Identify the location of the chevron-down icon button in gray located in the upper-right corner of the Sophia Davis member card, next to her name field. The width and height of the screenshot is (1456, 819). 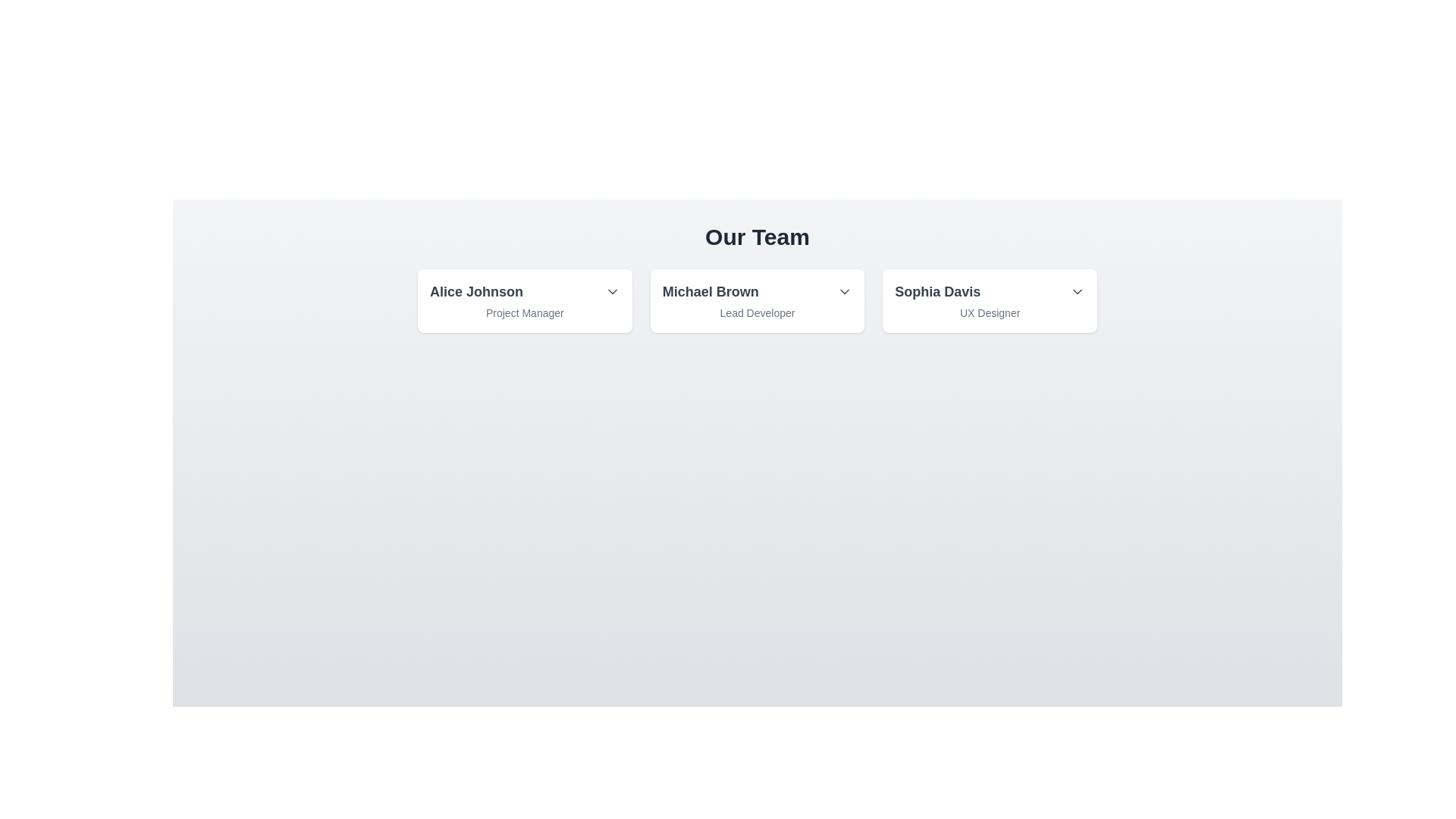
(1076, 292).